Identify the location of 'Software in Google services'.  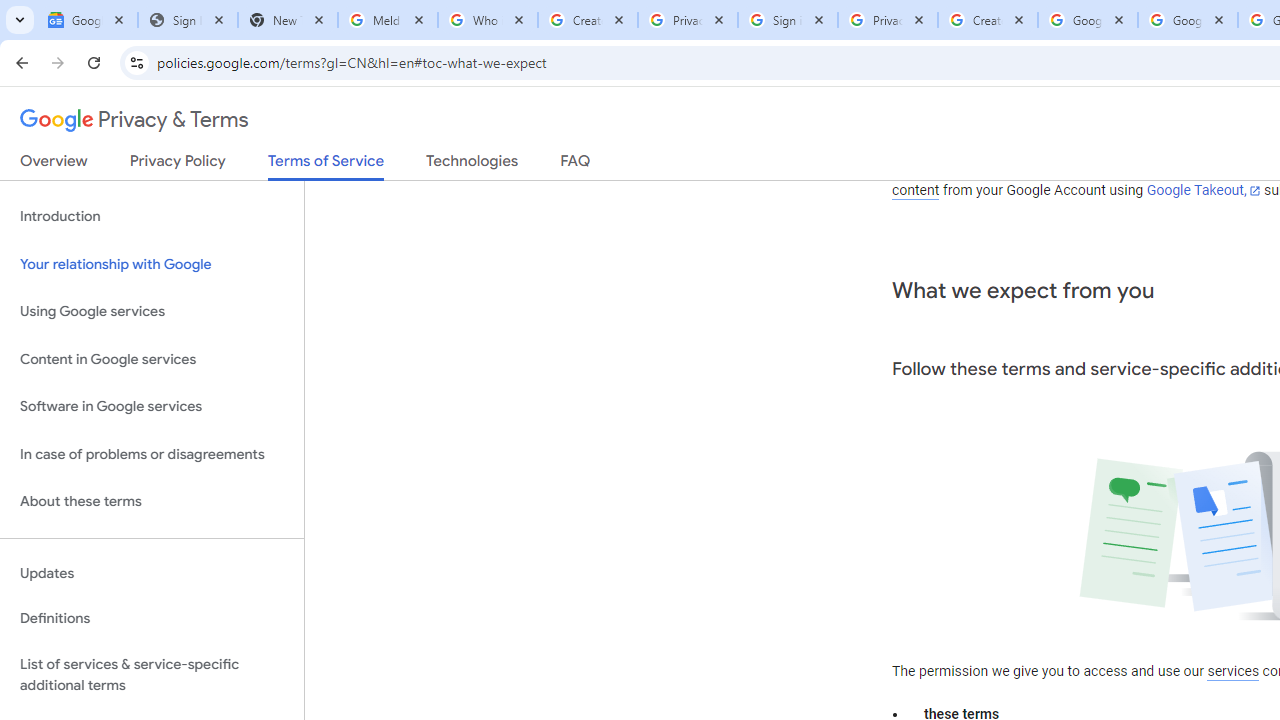
(151, 406).